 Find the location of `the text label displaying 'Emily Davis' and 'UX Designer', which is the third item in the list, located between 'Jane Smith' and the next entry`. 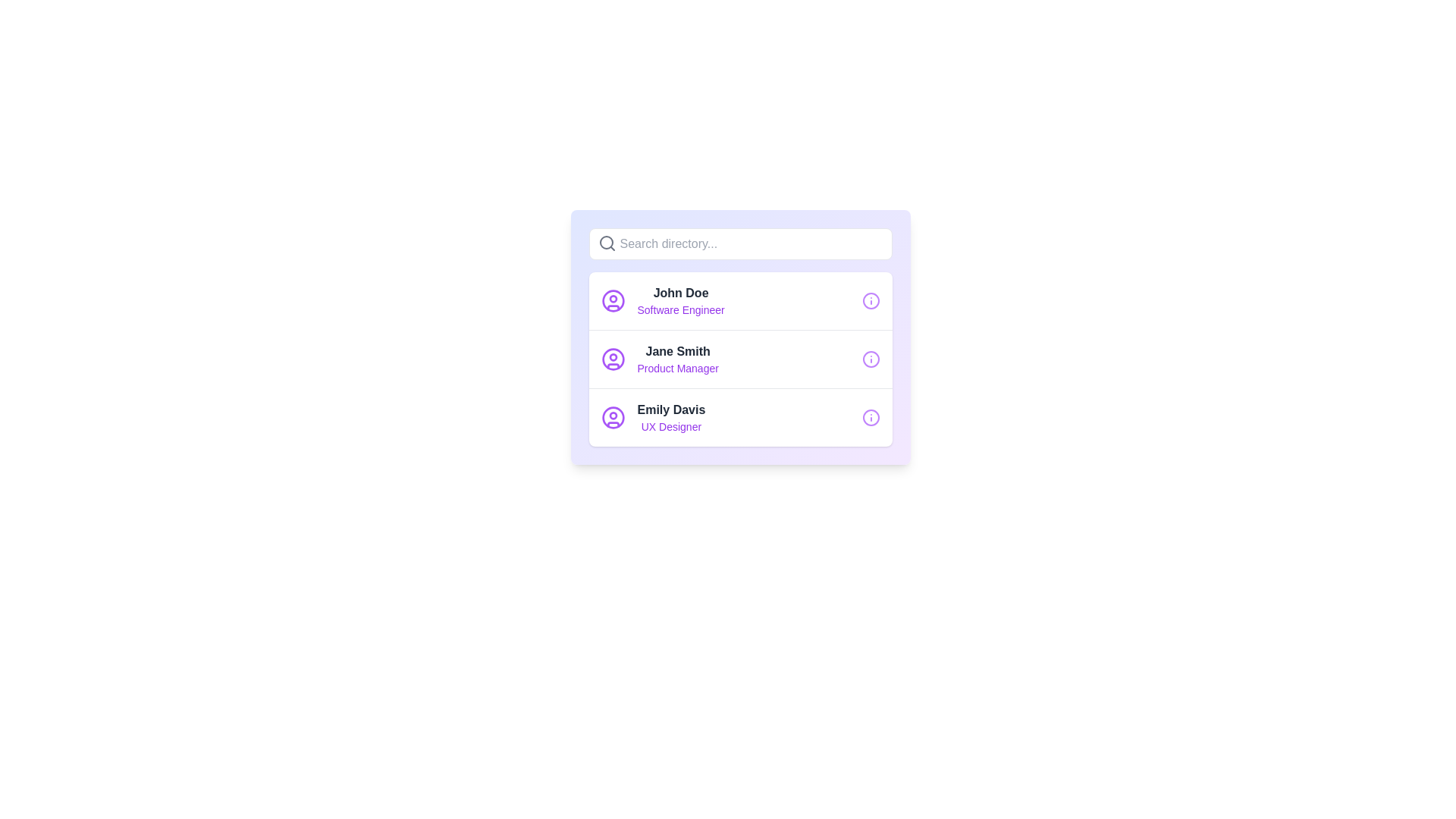

the text label displaying 'Emily Davis' and 'UX Designer', which is the third item in the list, located between 'Jane Smith' and the next entry is located at coordinates (670, 418).